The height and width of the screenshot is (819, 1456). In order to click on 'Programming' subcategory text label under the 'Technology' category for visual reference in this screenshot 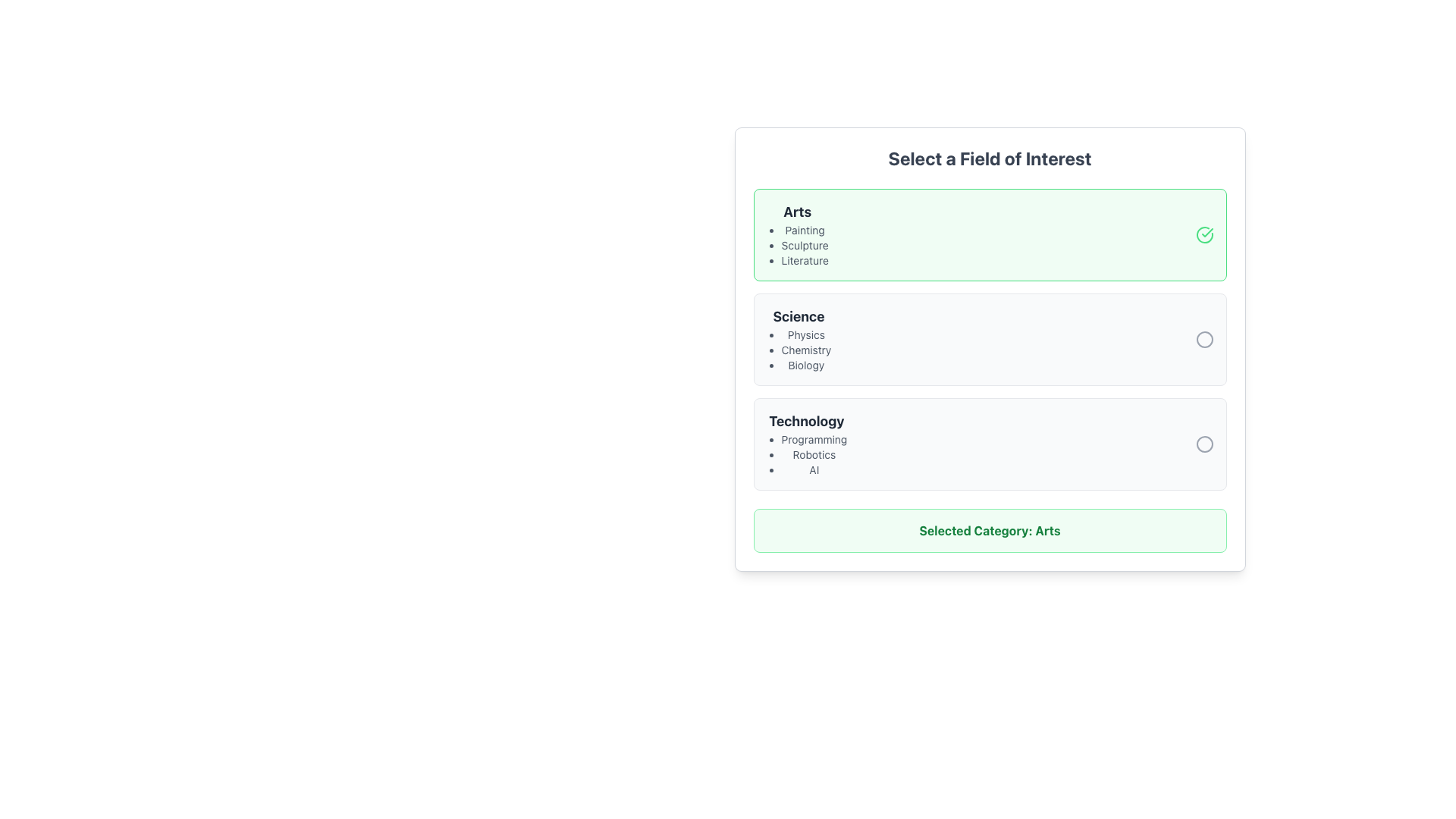, I will do `click(813, 439)`.